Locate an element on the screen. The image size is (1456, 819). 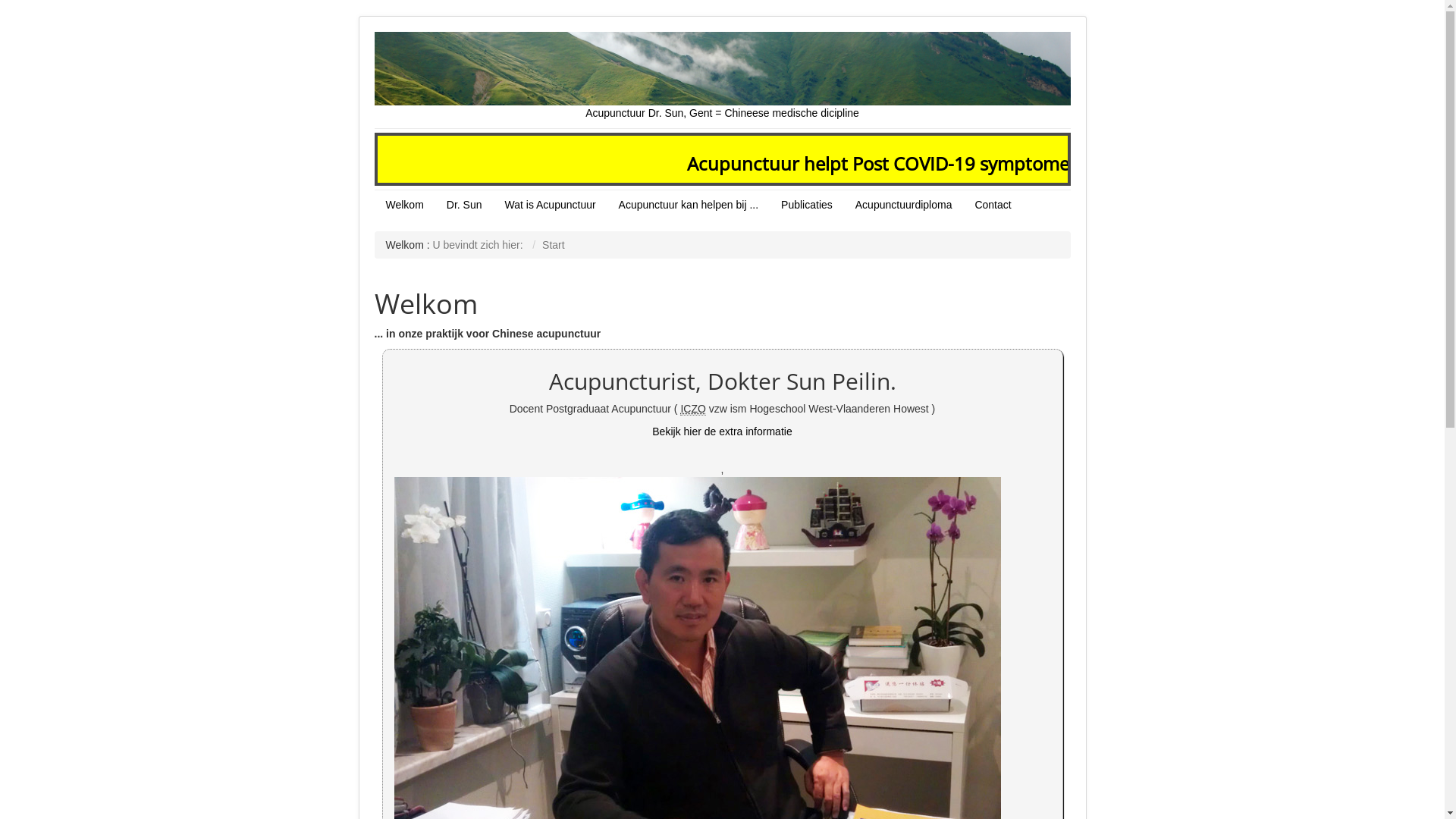
'Welkom' is located at coordinates (404, 205).